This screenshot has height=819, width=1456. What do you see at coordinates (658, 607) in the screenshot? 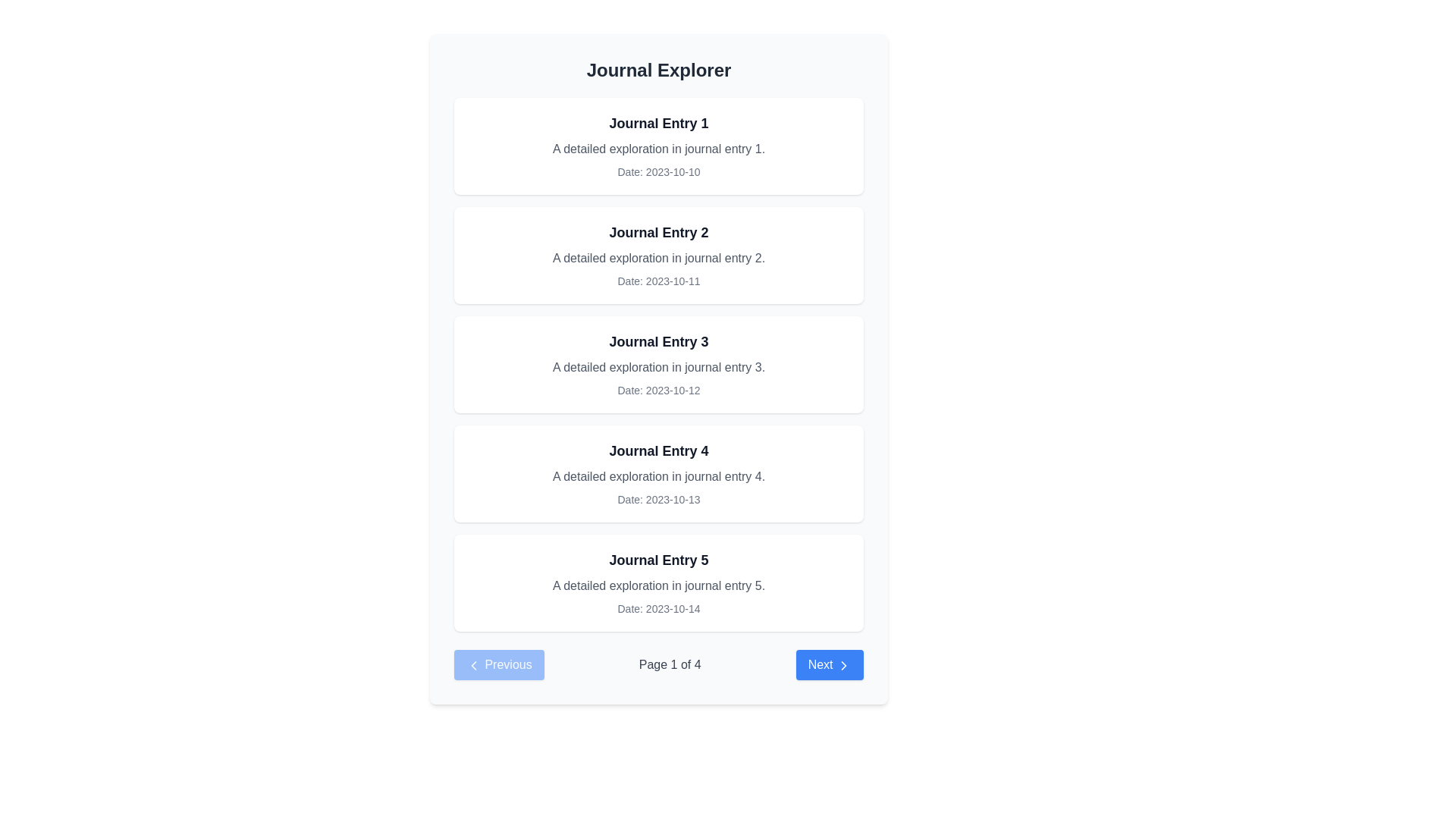
I see `the text label displaying 'Date: 2023-10-14', which is located beneath the description of 'Journal Entry 5' in the fifth card of the list` at bounding box center [658, 607].